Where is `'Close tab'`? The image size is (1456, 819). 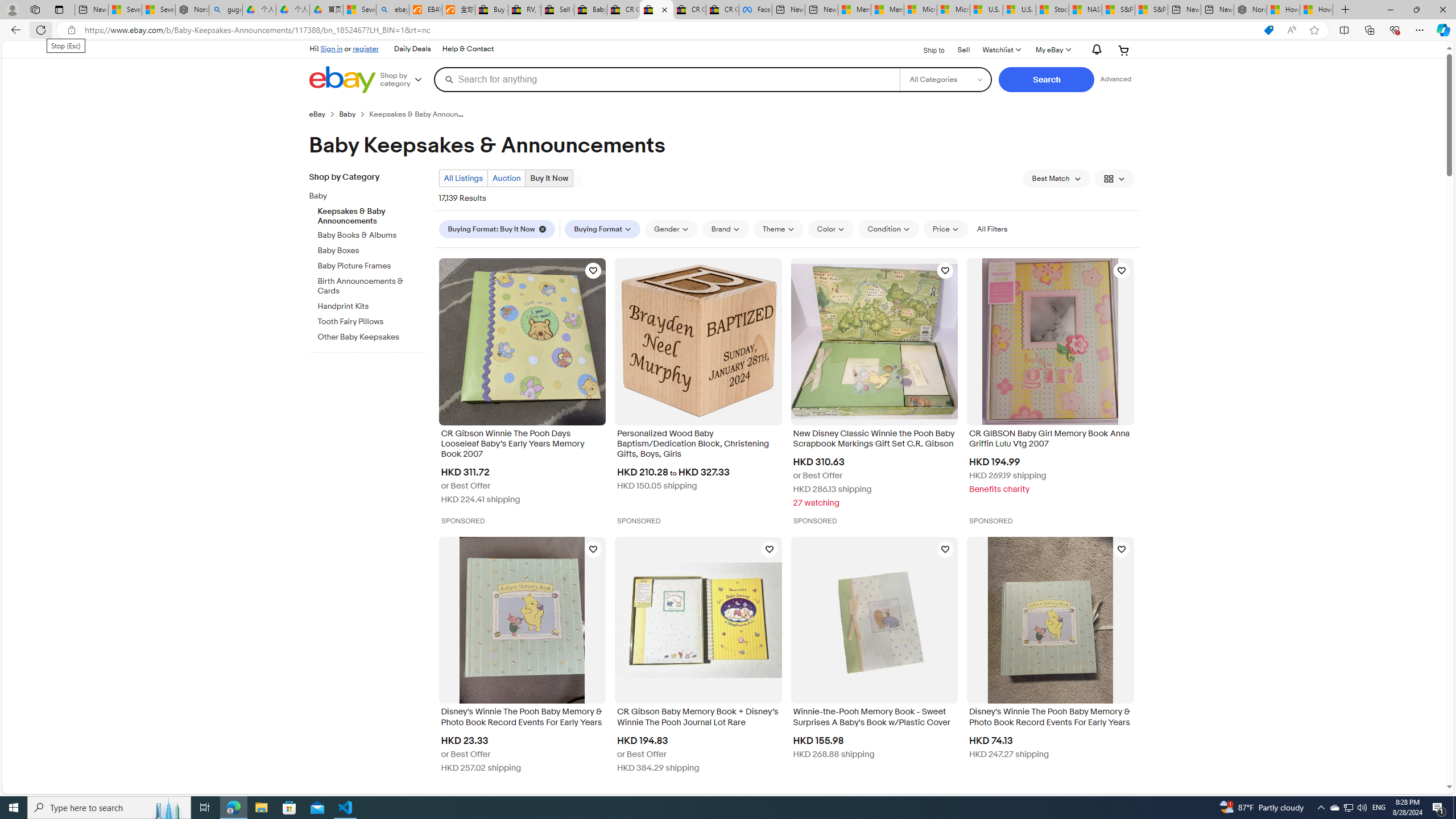
'Close tab' is located at coordinates (664, 9).